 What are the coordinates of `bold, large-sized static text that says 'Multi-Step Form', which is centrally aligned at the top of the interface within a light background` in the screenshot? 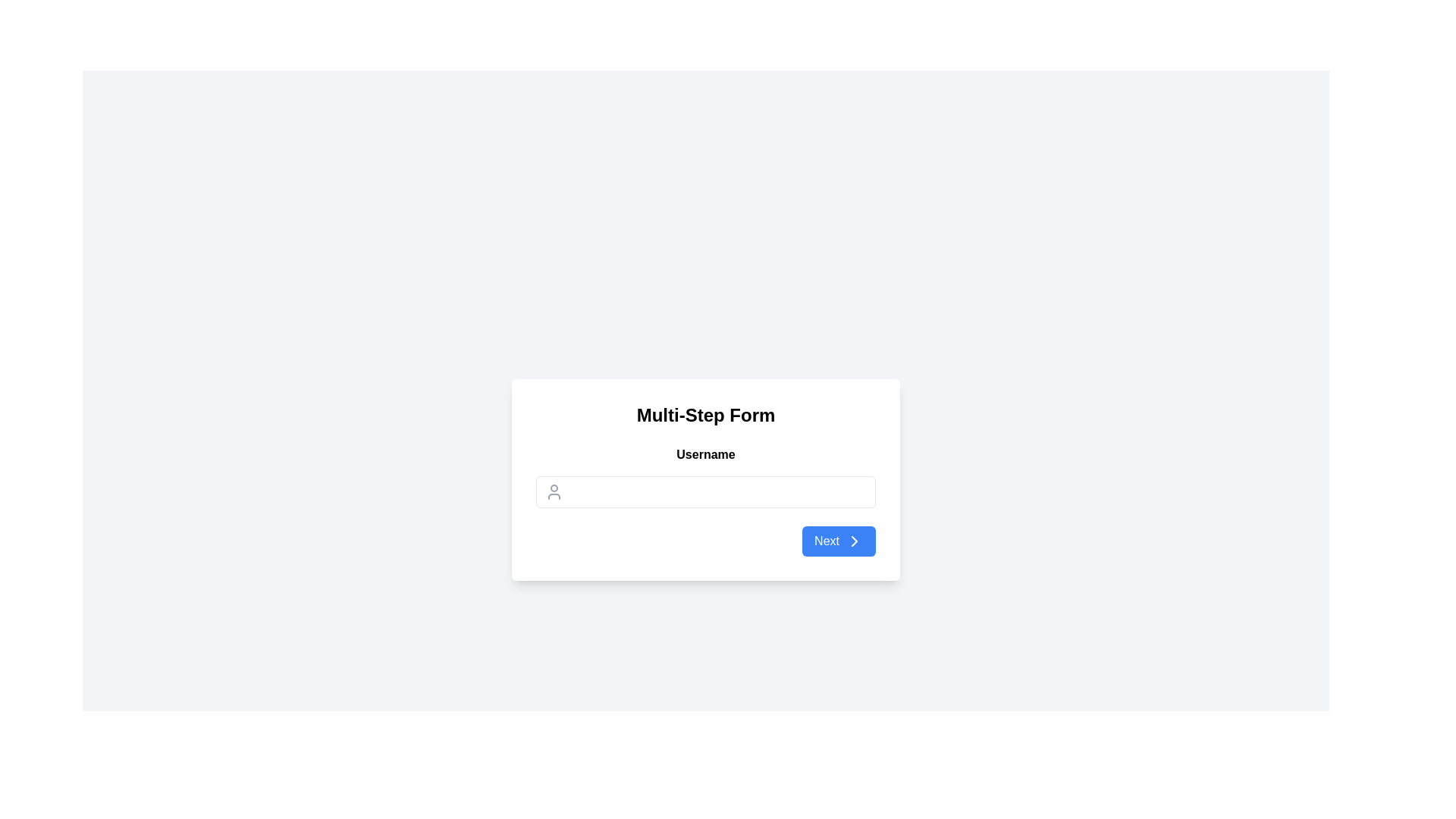 It's located at (705, 415).